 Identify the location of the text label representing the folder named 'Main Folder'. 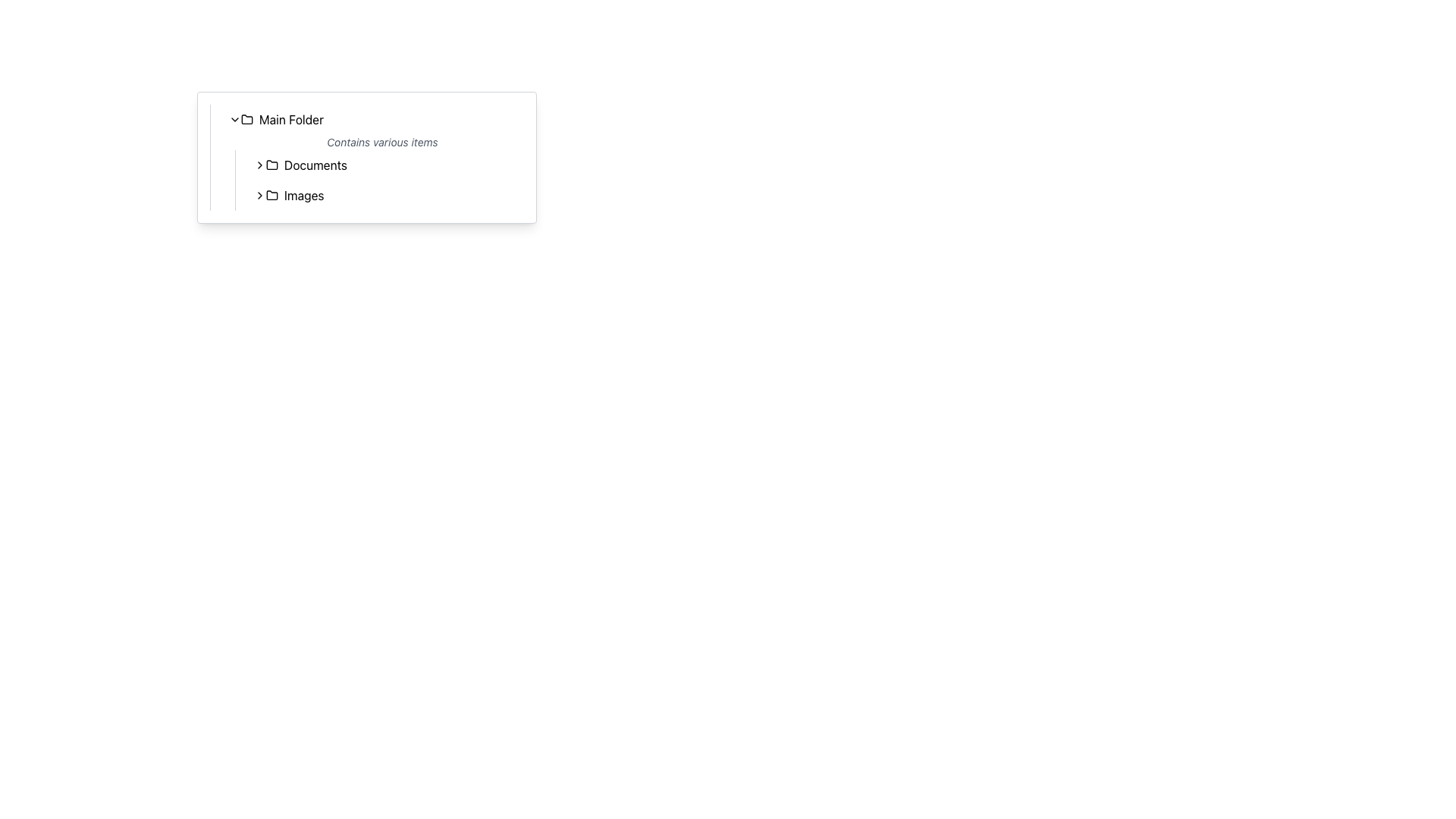
(291, 119).